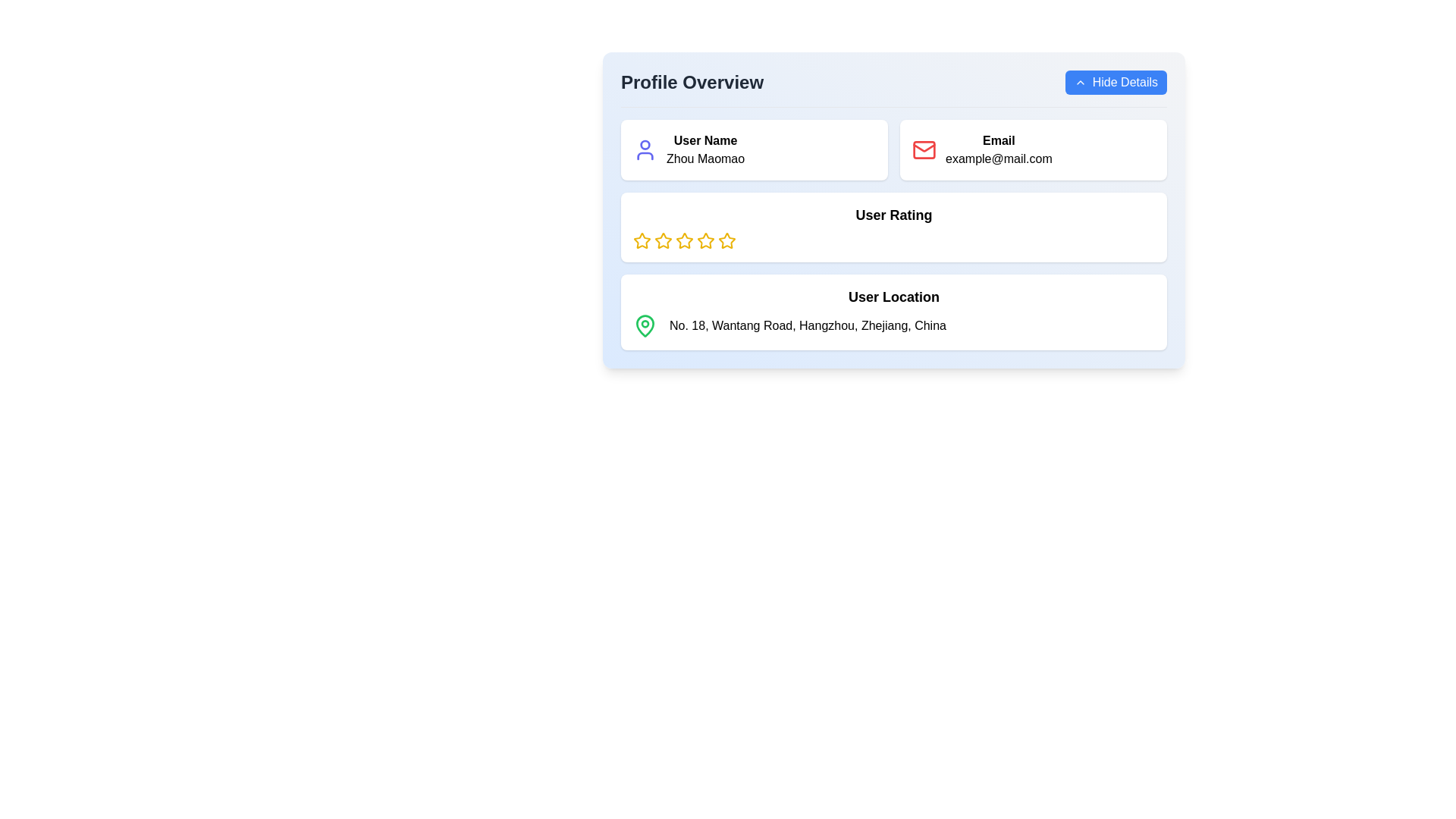  What do you see at coordinates (924, 149) in the screenshot?
I see `the email icon located in the top-right segment of the white card section titled 'Email', which visually represents email-related information` at bounding box center [924, 149].